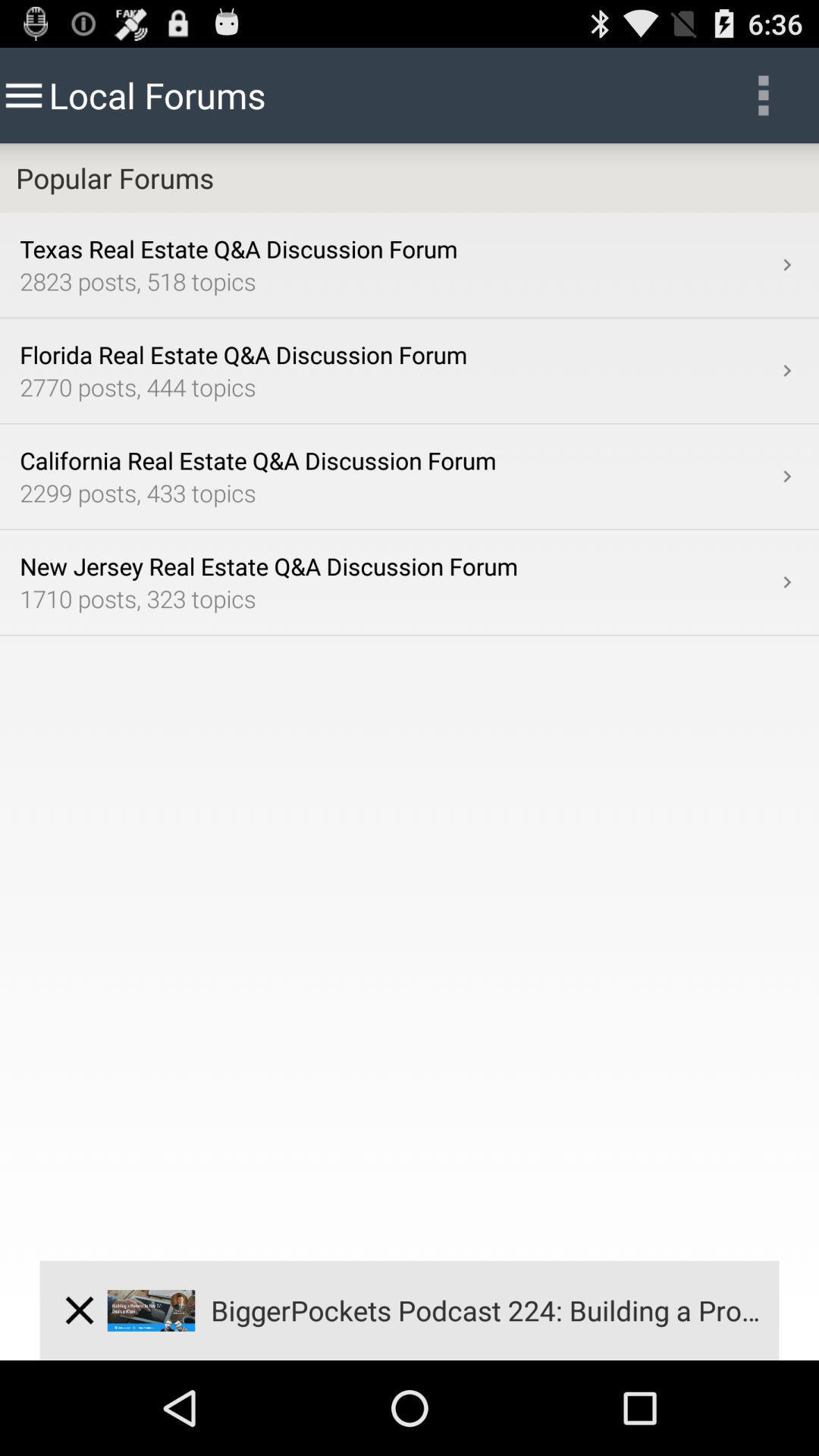 The image size is (819, 1456). What do you see at coordinates (397, 565) in the screenshot?
I see `new jersey real icon` at bounding box center [397, 565].